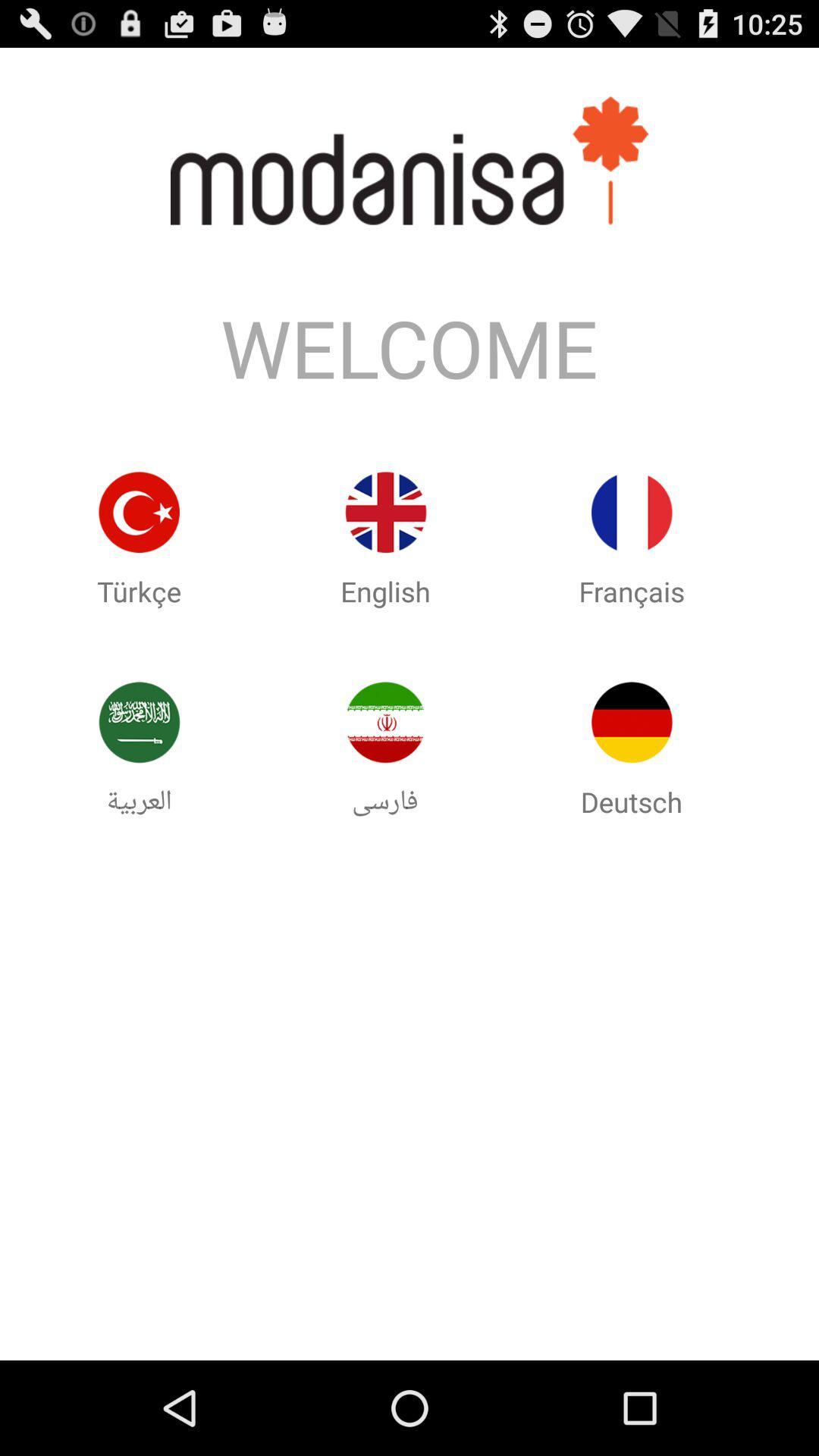 The height and width of the screenshot is (1456, 819). I want to click on german as language, so click(632, 721).